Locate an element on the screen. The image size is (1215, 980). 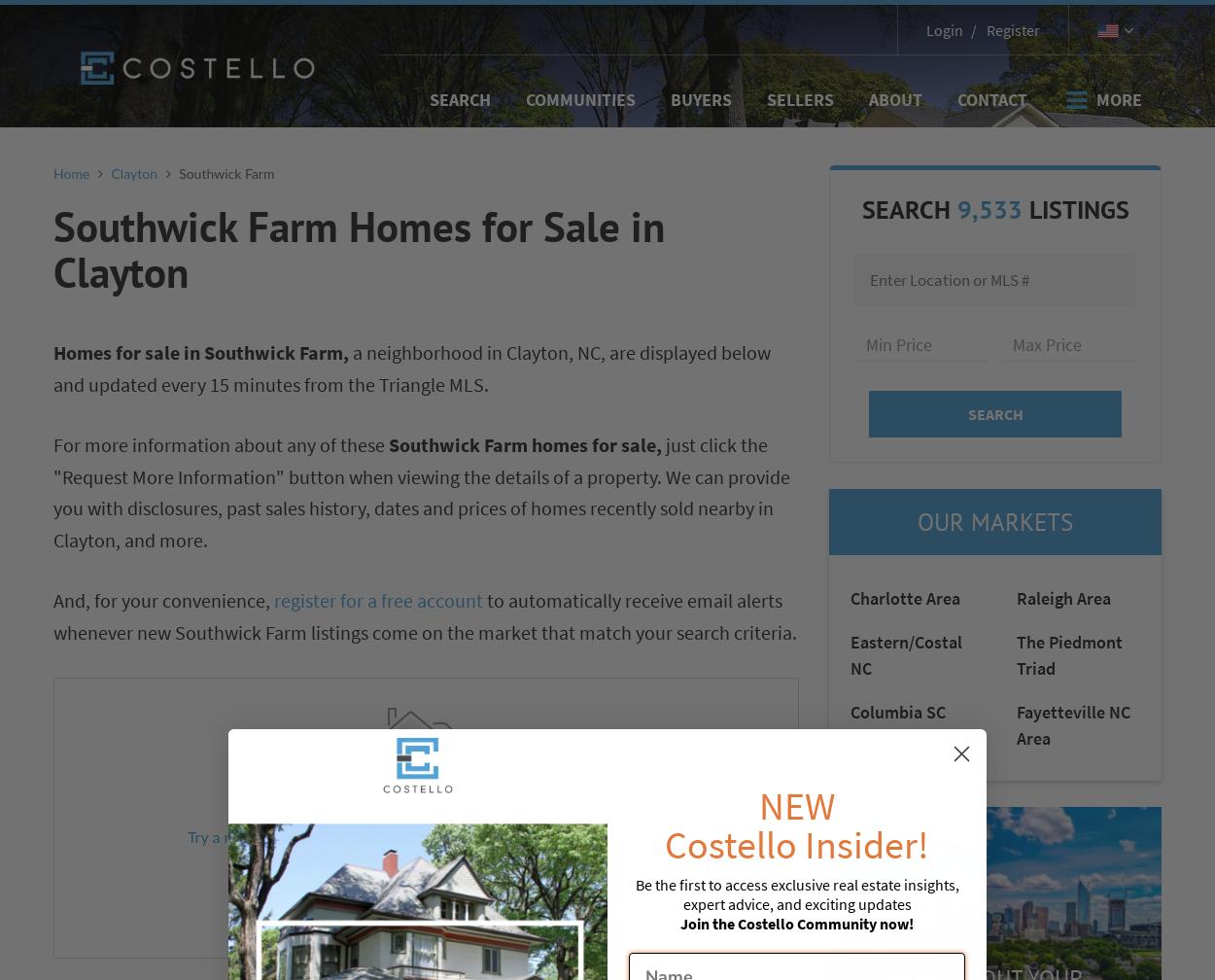
', or click below to get notified when matching listings become available.' is located at coordinates (301, 849).